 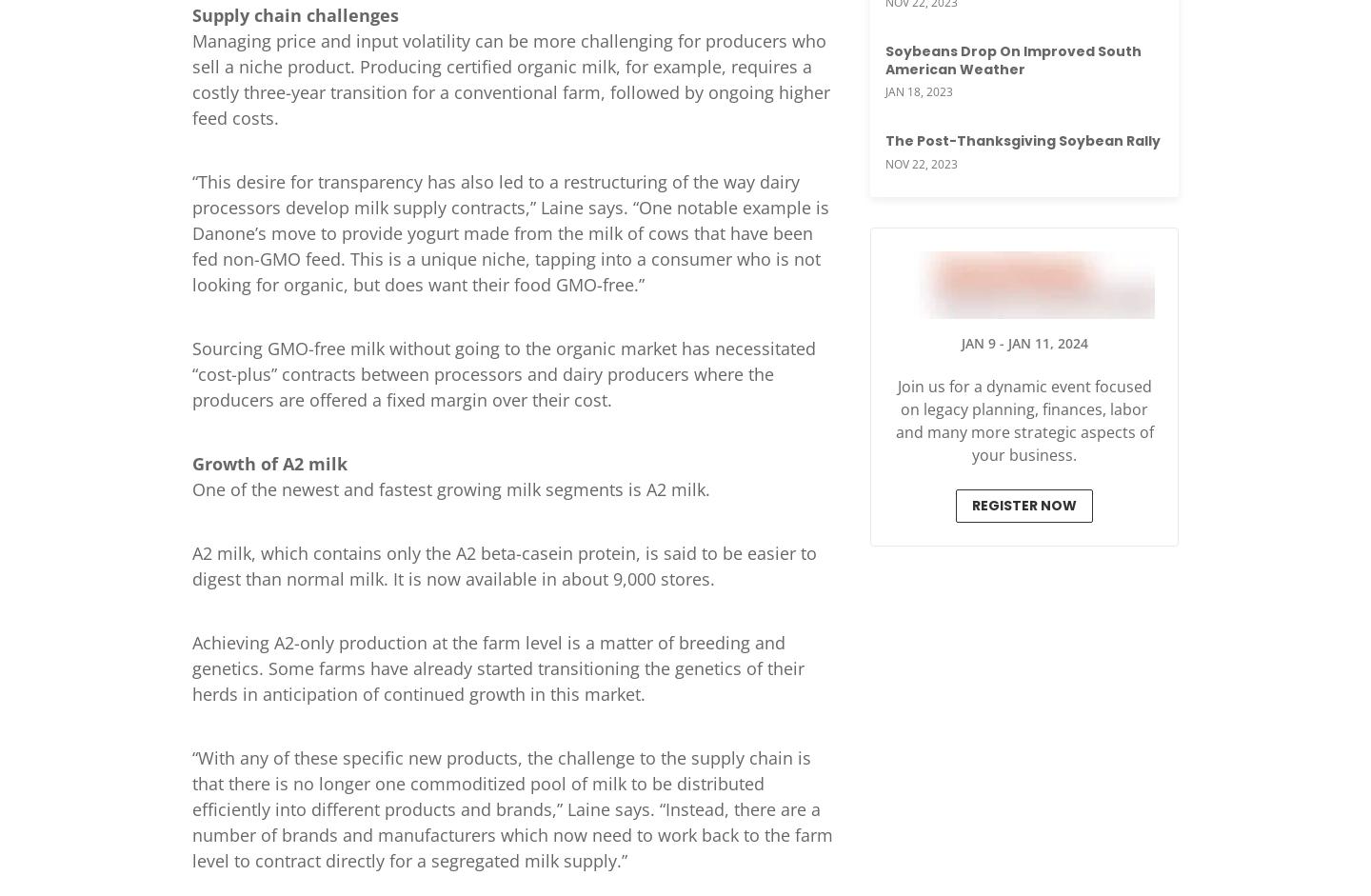 What do you see at coordinates (504, 564) in the screenshot?
I see `'A2 milk, which contains only the A2 beta-casein protein, is said to be easier to digest than normal milk. It is now available in about 9,000 stores.'` at bounding box center [504, 564].